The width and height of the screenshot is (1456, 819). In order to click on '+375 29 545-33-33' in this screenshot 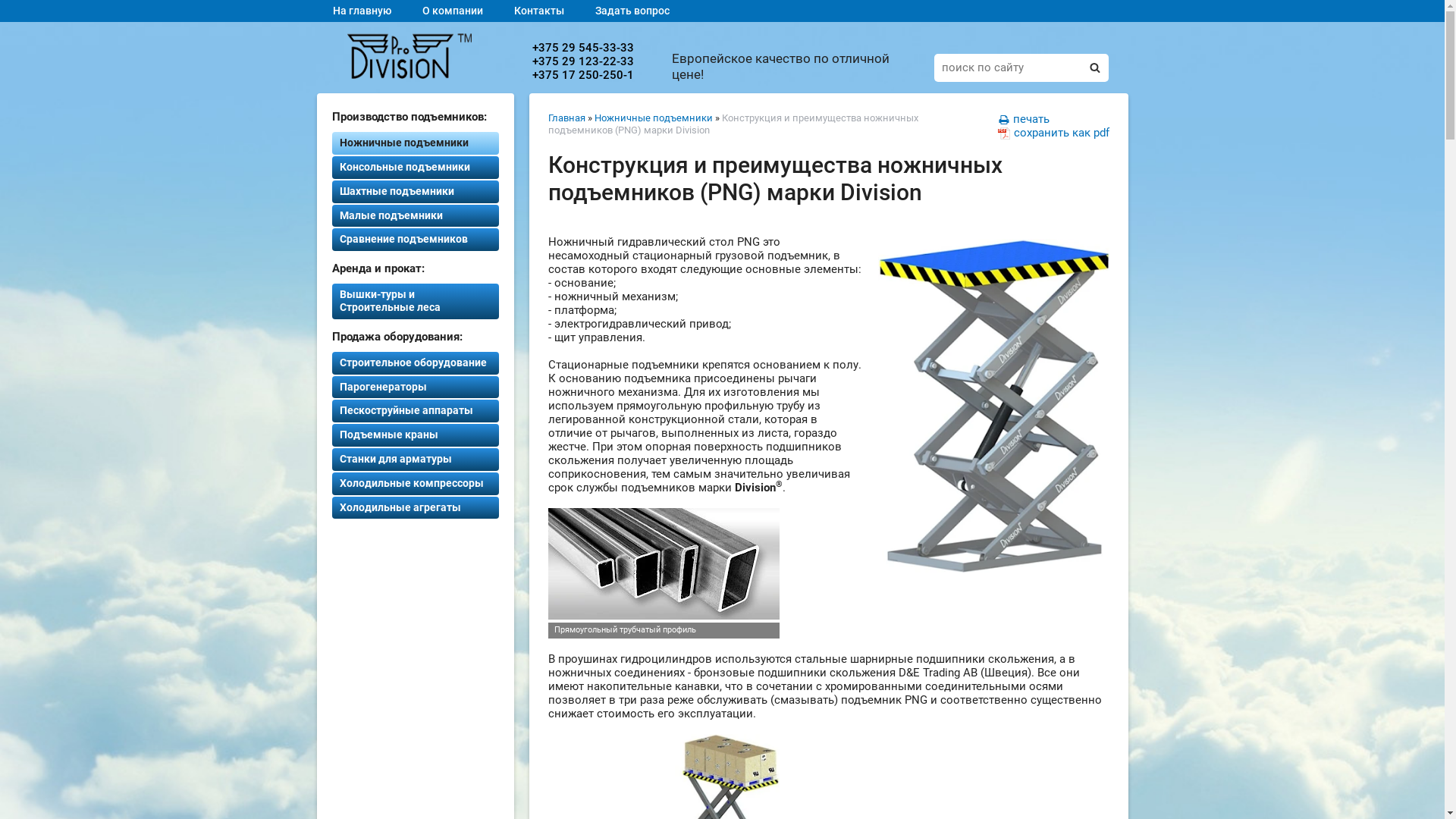, I will do `click(582, 46)`.